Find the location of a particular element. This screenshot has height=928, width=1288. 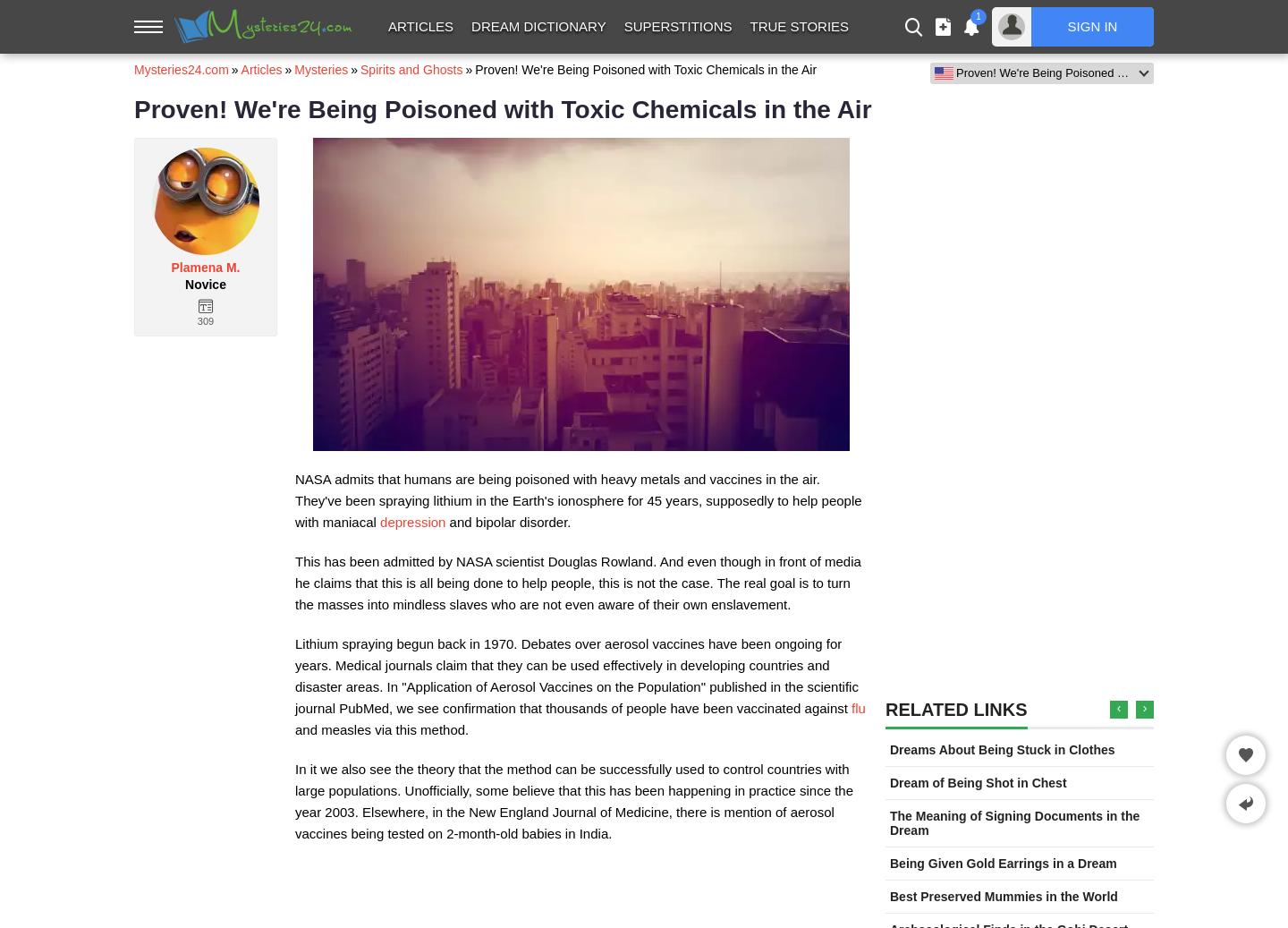

'Dreams About Being Stuck in Clothes' is located at coordinates (889, 749).